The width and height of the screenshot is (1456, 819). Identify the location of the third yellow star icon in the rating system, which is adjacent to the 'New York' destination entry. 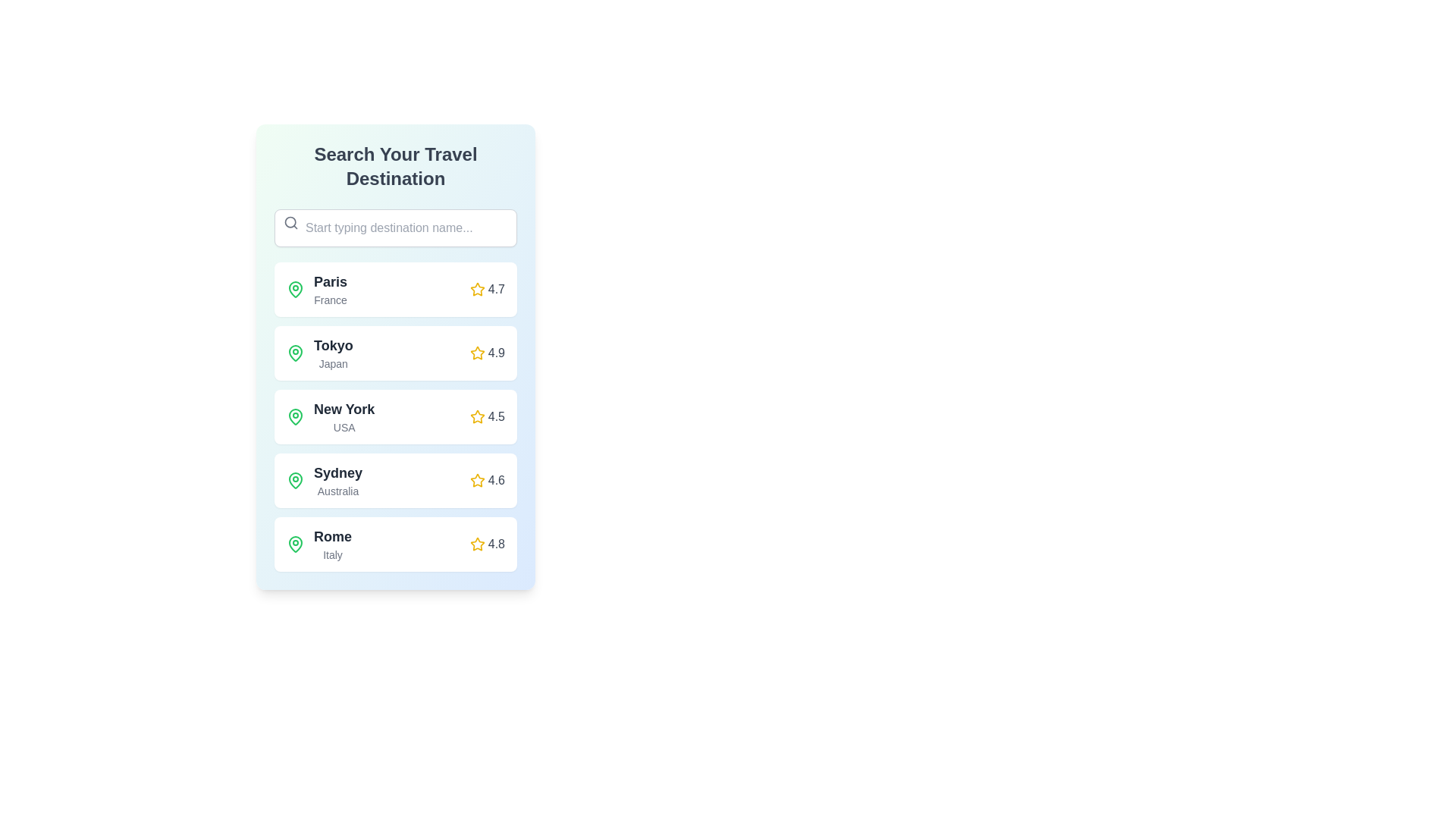
(476, 416).